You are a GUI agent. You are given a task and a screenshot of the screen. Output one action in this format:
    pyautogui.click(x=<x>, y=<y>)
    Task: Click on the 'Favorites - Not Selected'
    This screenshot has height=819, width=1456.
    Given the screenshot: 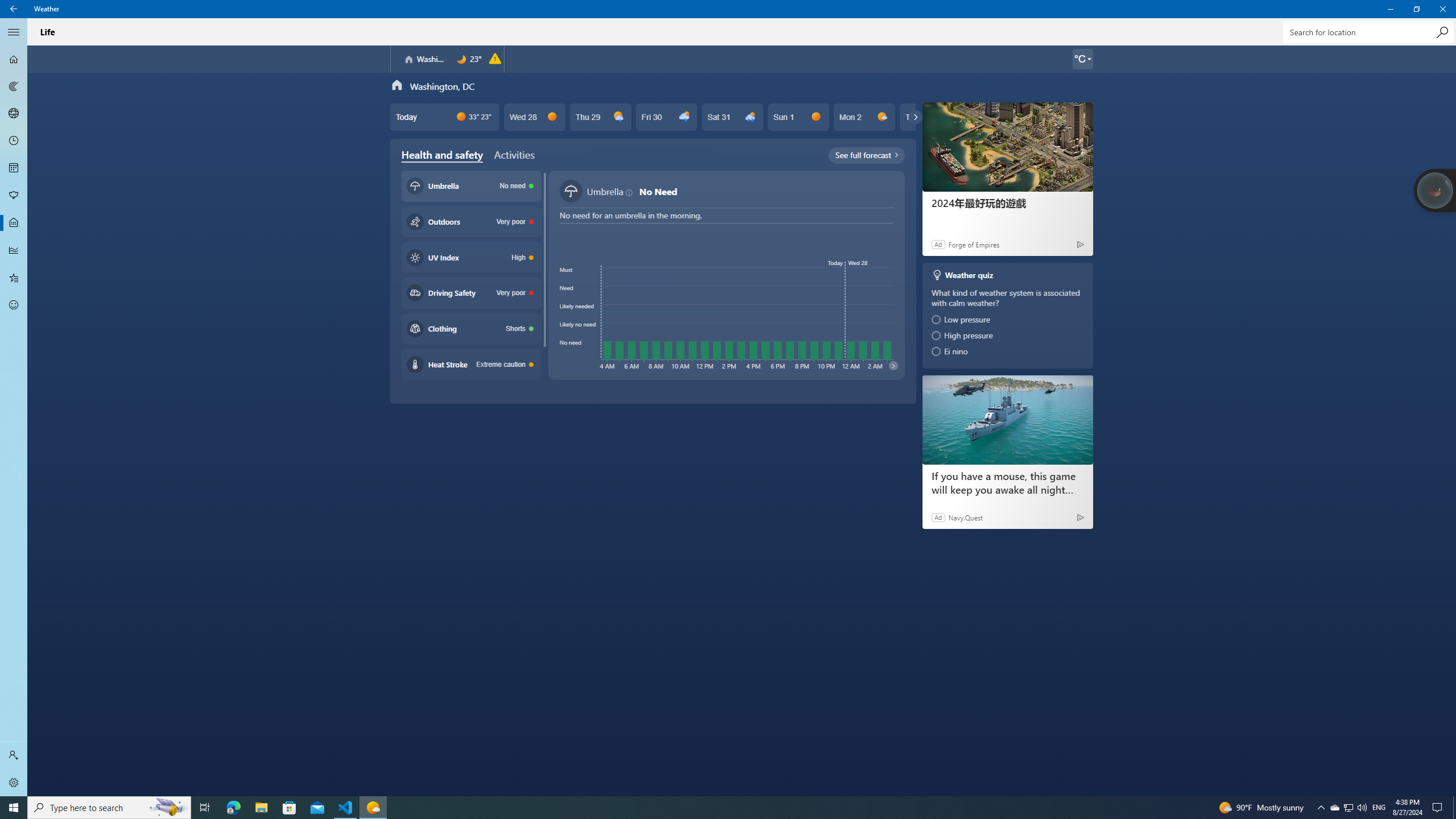 What is the action you would take?
    pyautogui.click(x=14, y=277)
    